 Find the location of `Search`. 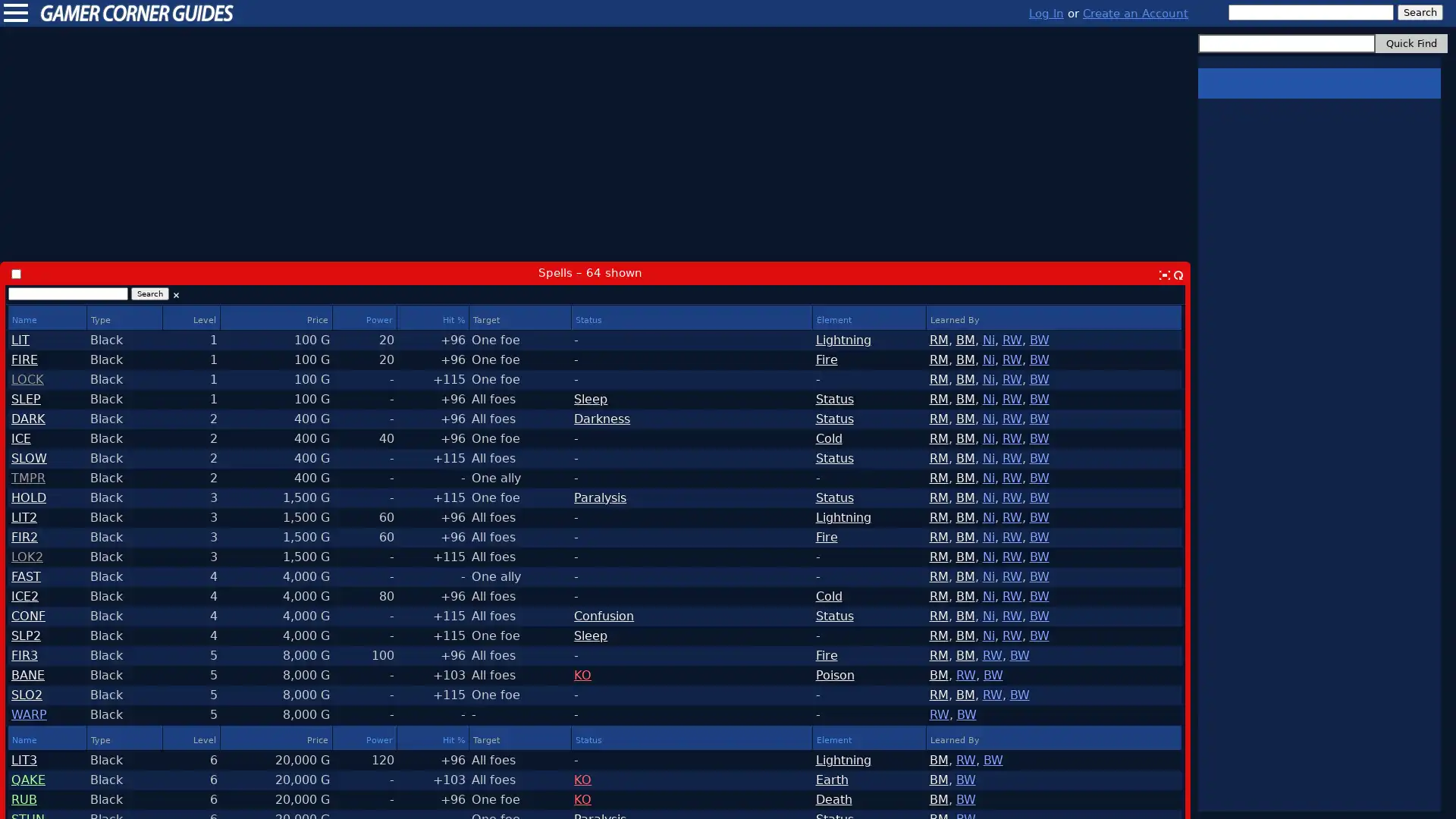

Search is located at coordinates (1419, 12).